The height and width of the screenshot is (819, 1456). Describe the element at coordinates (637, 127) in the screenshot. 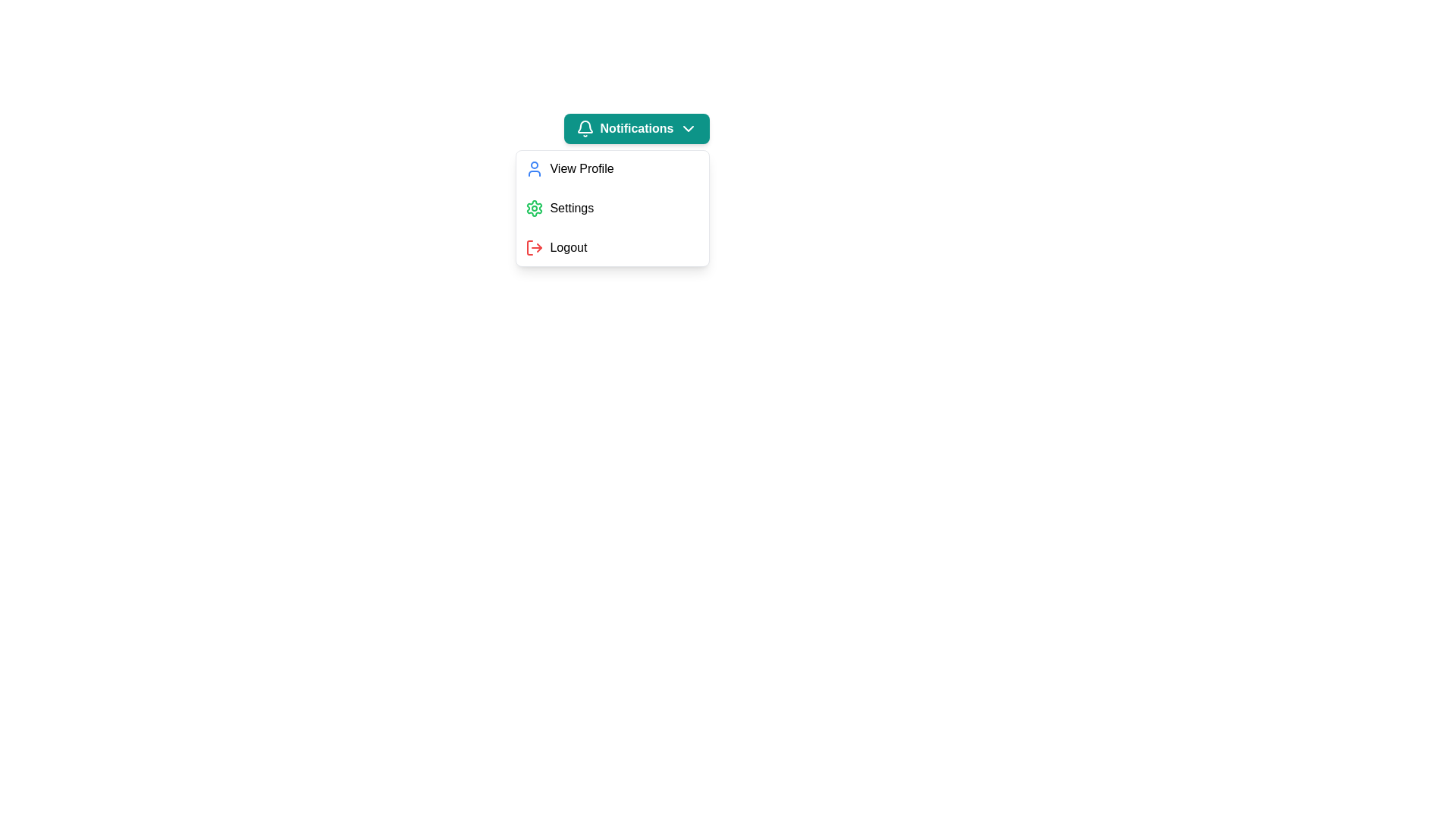

I see `the 'Notifications' button to toggle the menu visibility` at that location.